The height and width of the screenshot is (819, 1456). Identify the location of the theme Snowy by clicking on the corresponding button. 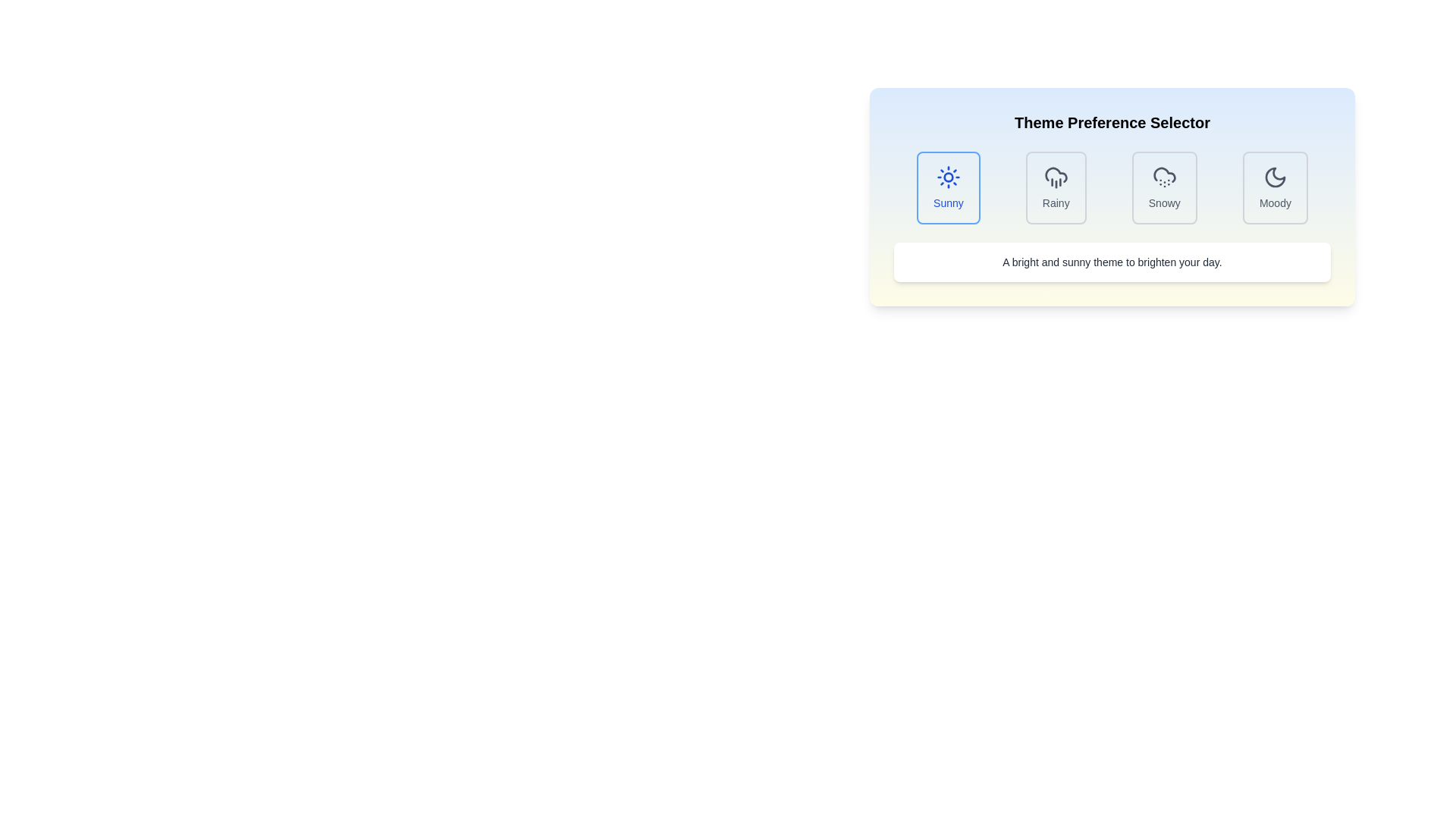
(1163, 187).